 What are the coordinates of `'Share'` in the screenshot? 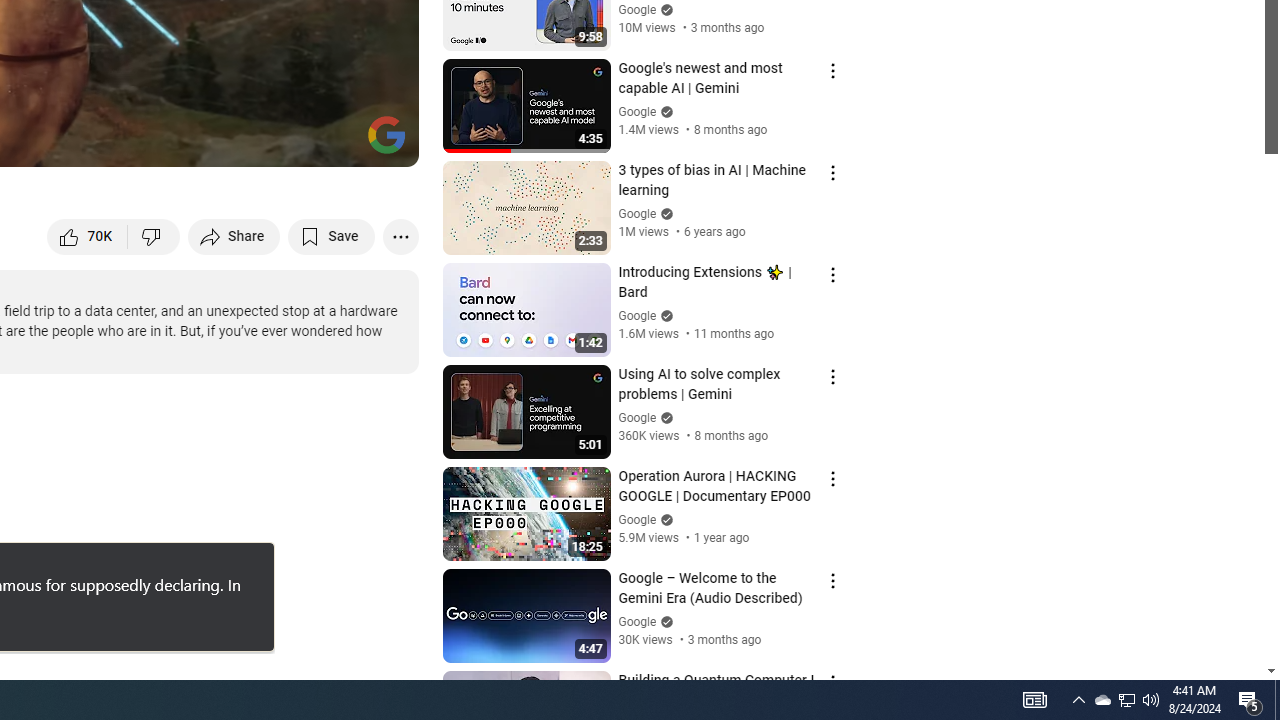 It's located at (234, 235).